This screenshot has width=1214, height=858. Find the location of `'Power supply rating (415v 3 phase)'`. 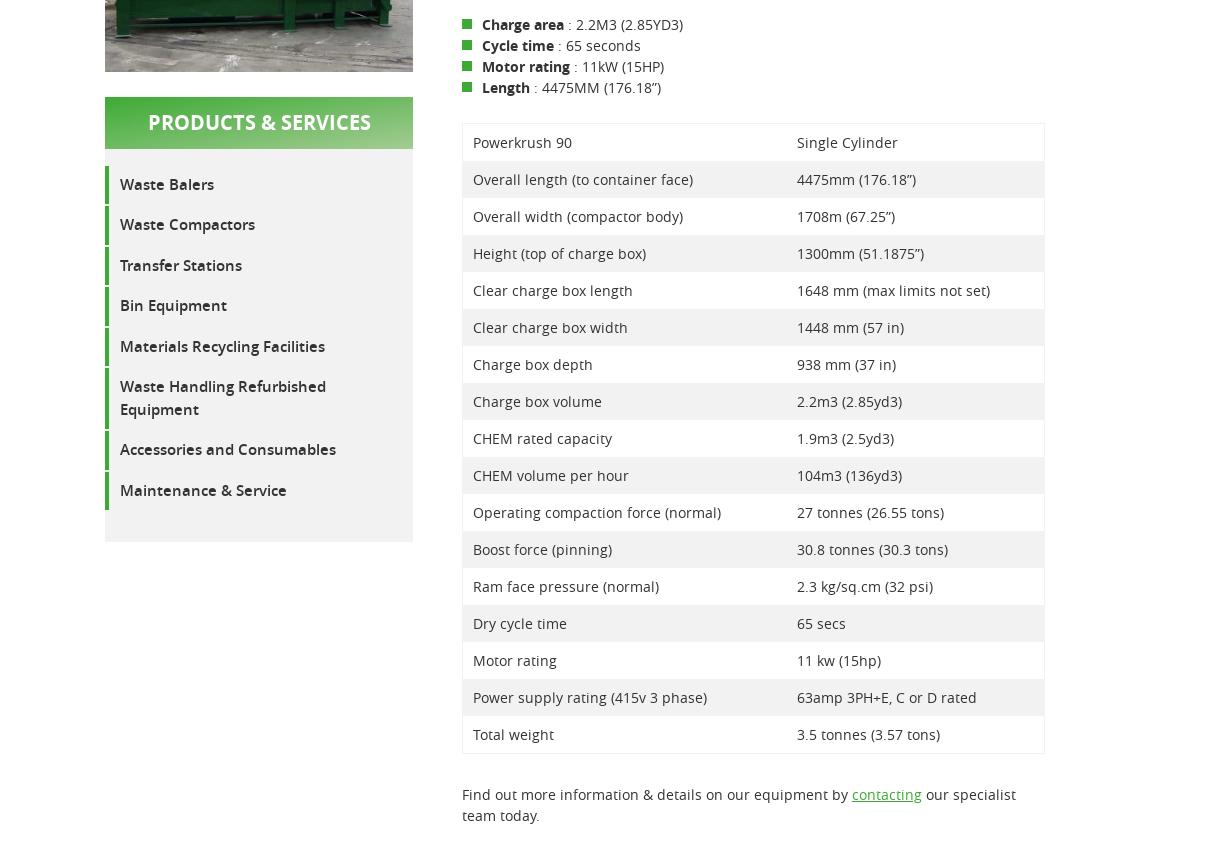

'Power supply rating (415v 3 phase)' is located at coordinates (472, 696).